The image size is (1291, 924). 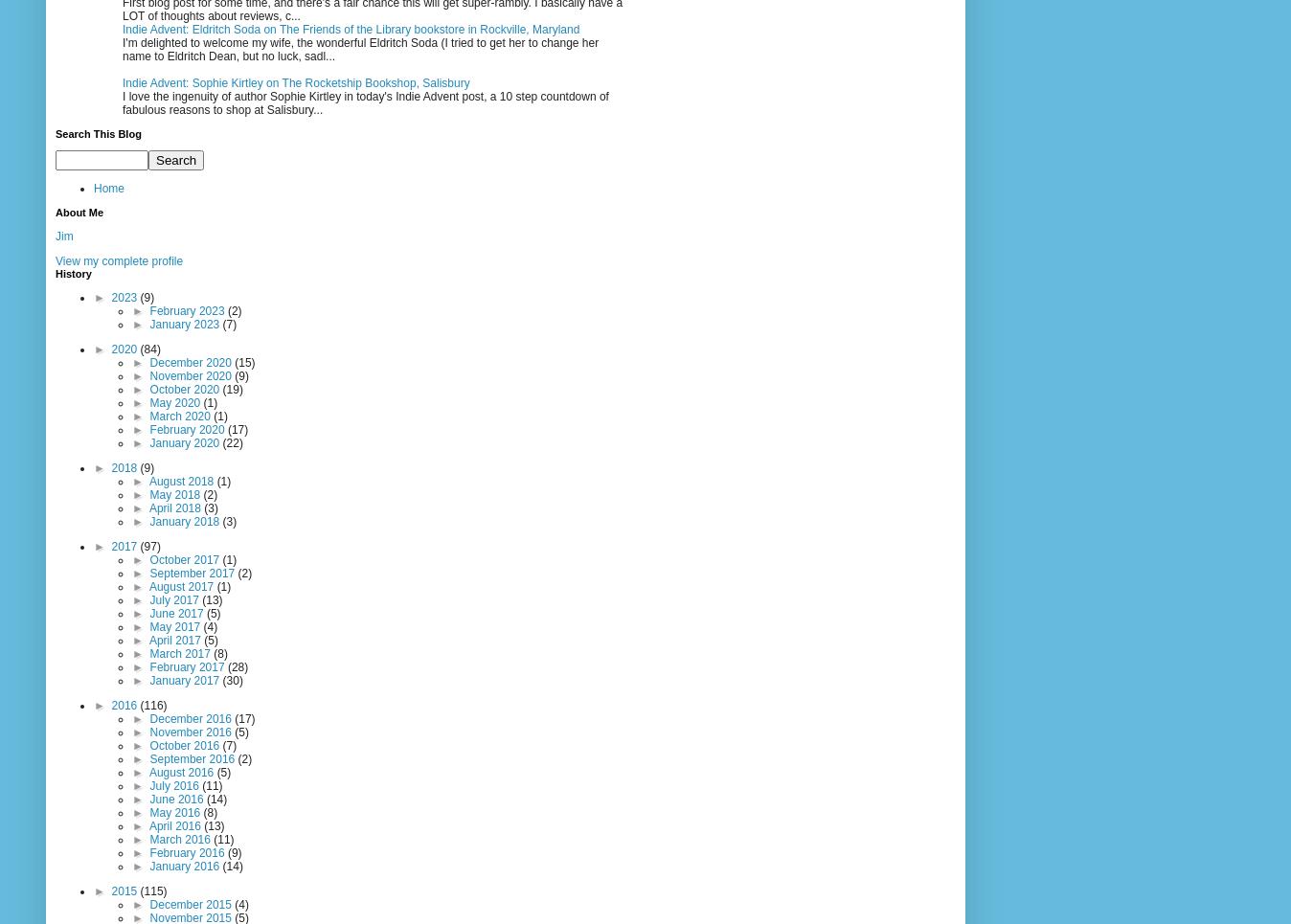 I want to click on 'I'm delighted to welcome my wife, the wonderful Eldritch Soda (I tried to get her to change her name to Eldritch Dean, but no luck, sadl...', so click(x=359, y=50).